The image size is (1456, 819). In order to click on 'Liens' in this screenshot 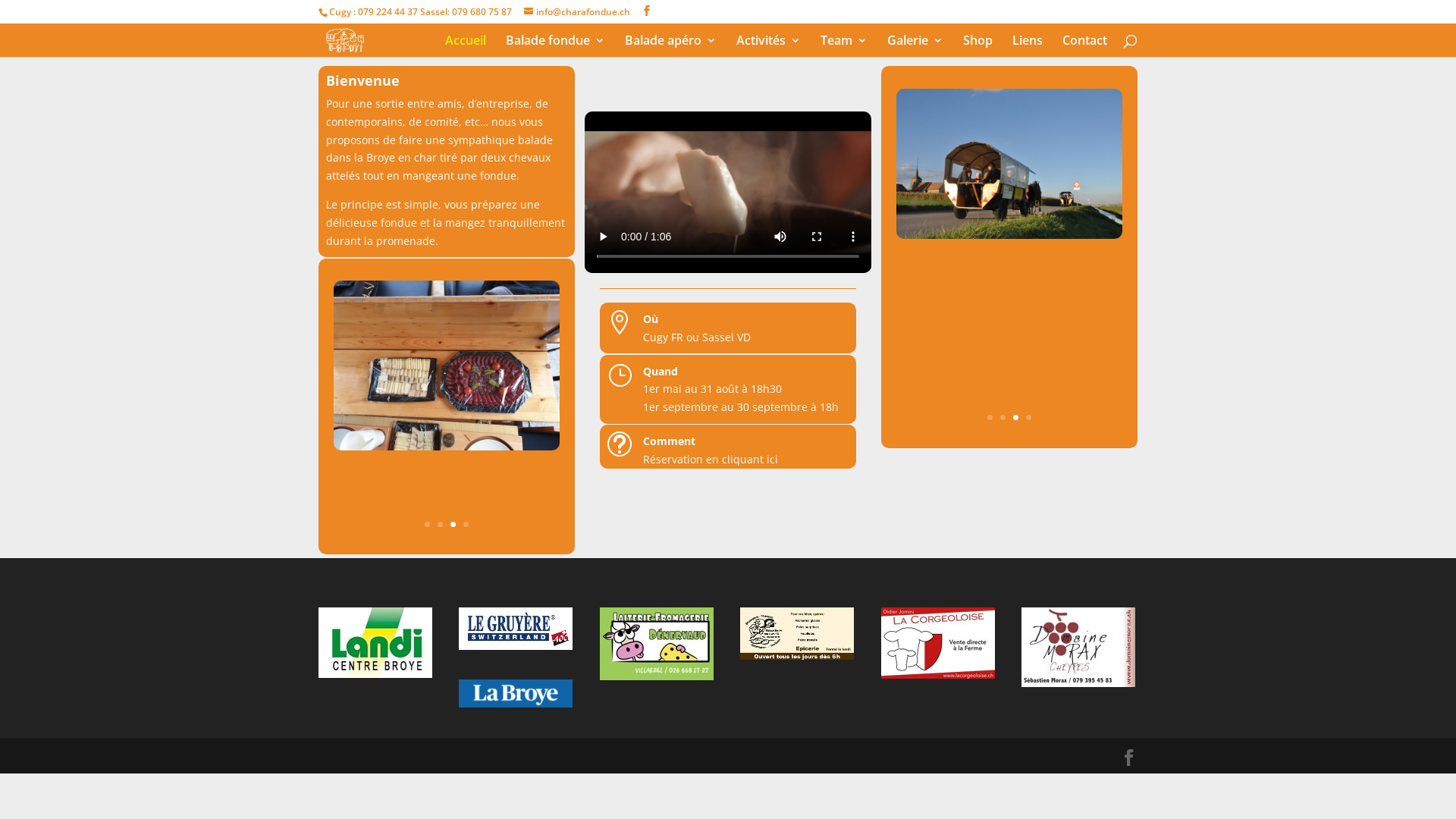, I will do `click(1027, 45)`.